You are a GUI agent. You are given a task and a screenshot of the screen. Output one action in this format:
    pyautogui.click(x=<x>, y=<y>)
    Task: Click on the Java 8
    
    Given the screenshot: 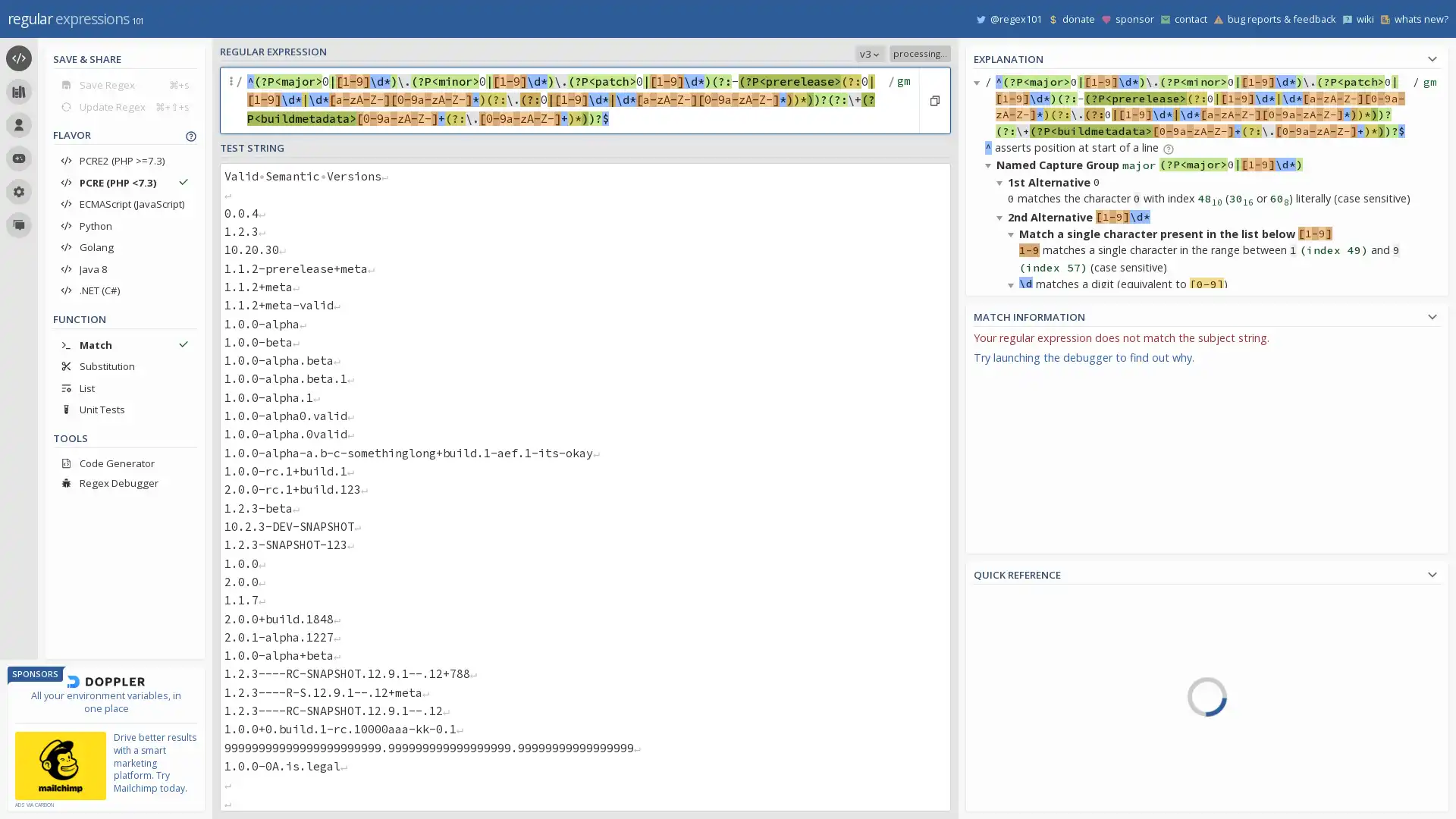 What is the action you would take?
    pyautogui.click(x=124, y=268)
    